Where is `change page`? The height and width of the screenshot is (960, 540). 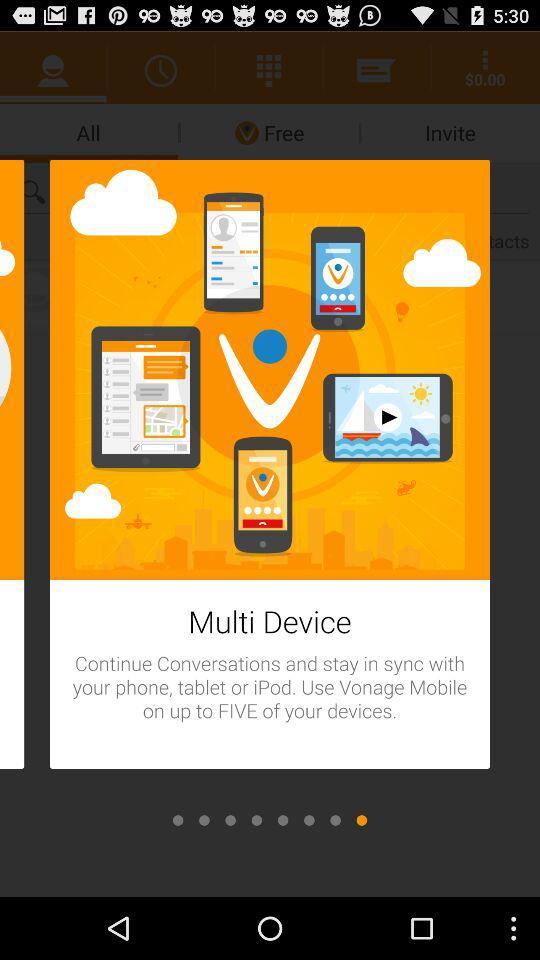 change page is located at coordinates (229, 820).